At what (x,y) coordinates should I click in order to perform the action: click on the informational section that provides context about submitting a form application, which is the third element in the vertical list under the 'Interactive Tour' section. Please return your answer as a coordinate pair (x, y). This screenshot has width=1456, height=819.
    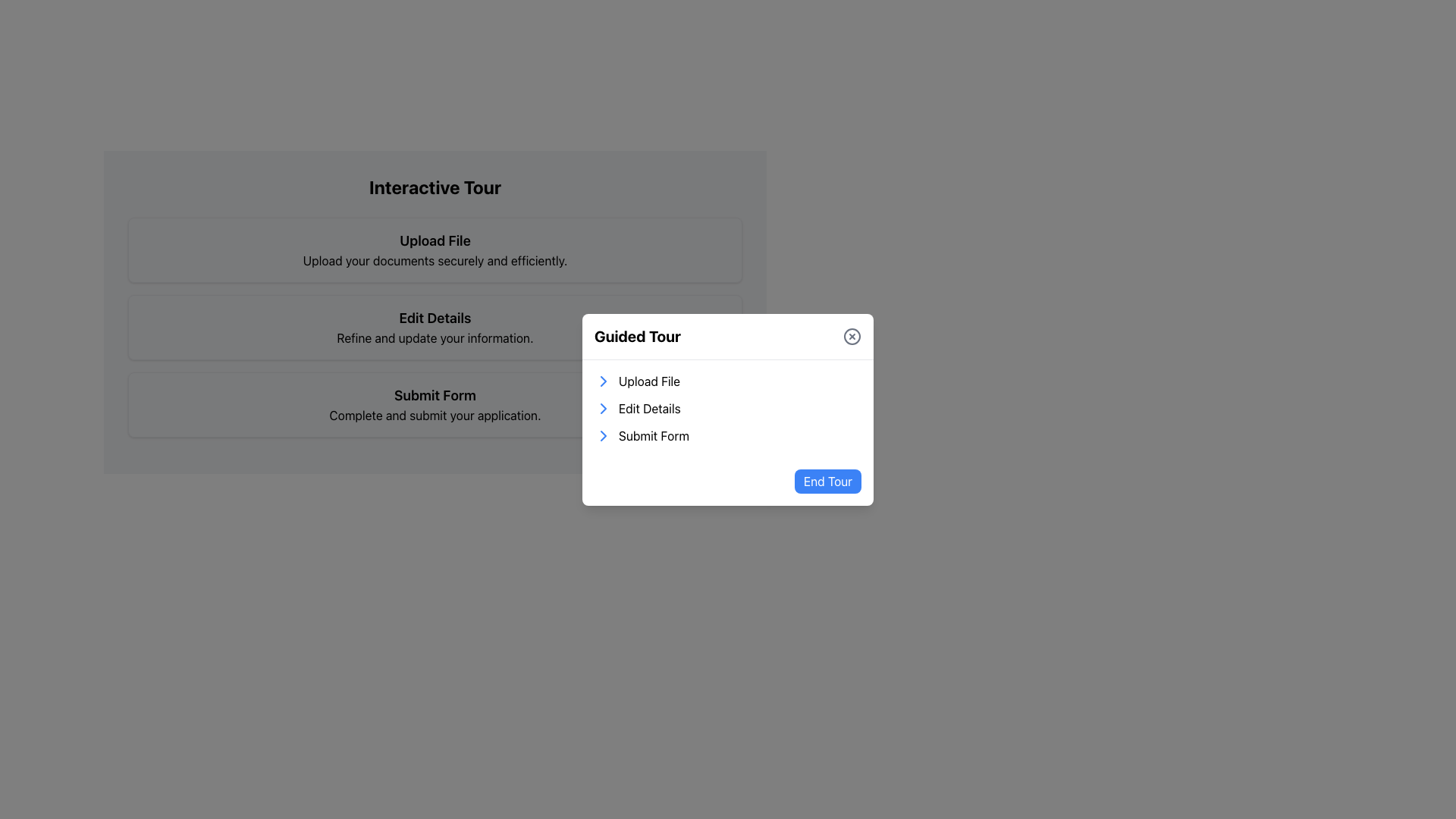
    Looking at the image, I should click on (435, 403).